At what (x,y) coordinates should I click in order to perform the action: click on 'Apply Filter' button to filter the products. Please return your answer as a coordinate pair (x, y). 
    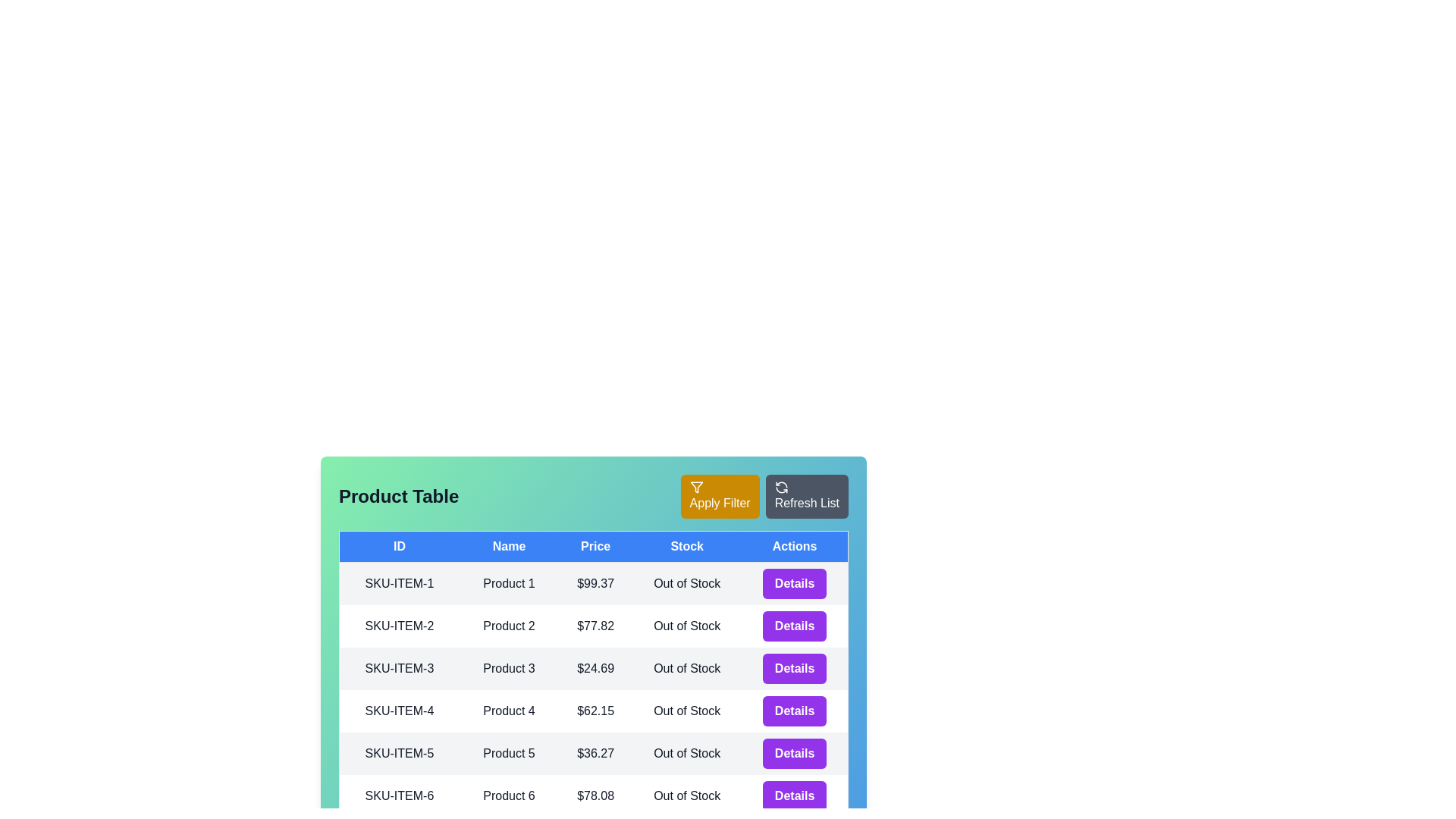
    Looking at the image, I should click on (719, 497).